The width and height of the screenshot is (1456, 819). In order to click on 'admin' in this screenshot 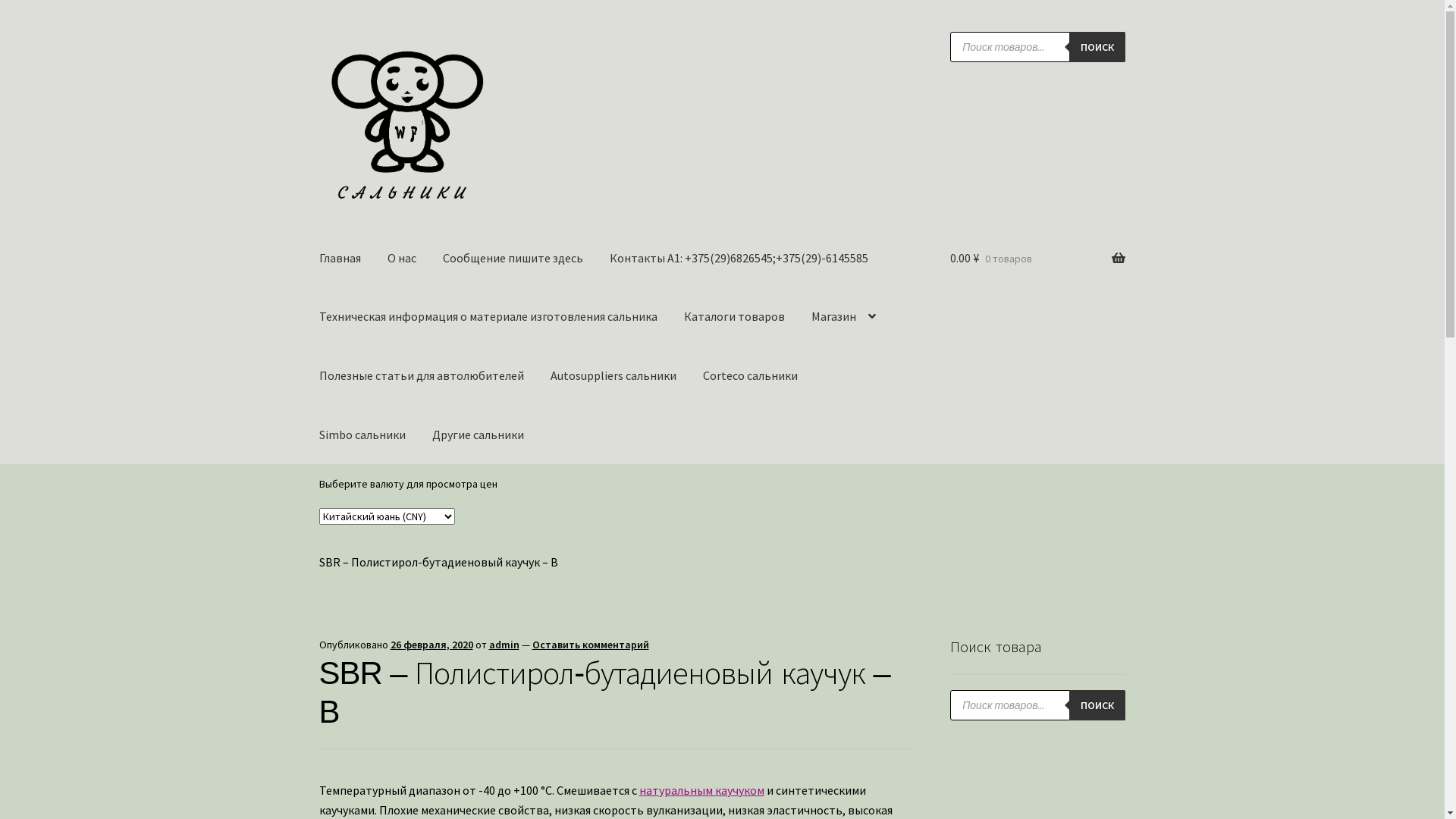, I will do `click(504, 644)`.